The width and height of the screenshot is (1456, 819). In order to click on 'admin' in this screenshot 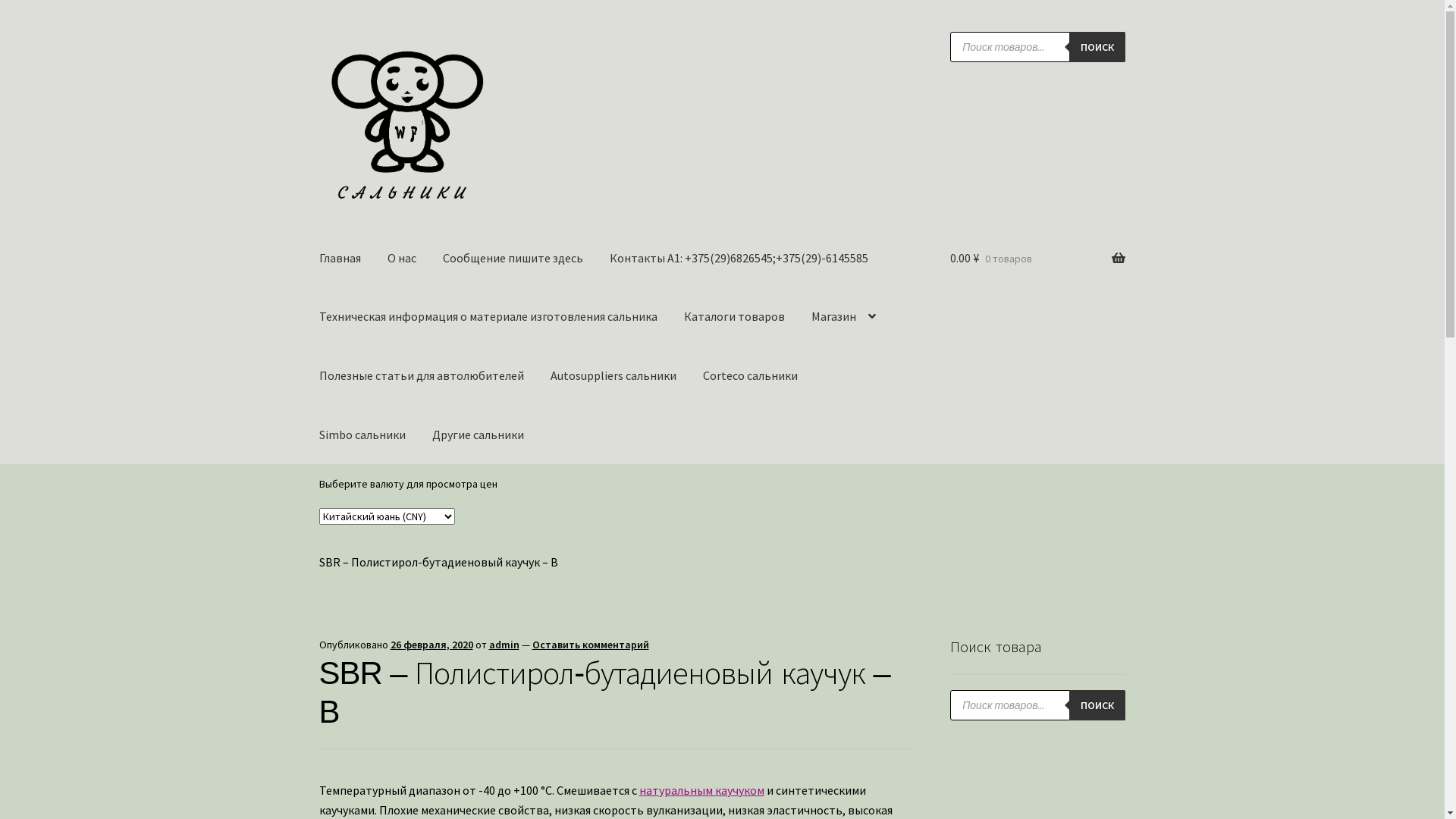, I will do `click(504, 644)`.